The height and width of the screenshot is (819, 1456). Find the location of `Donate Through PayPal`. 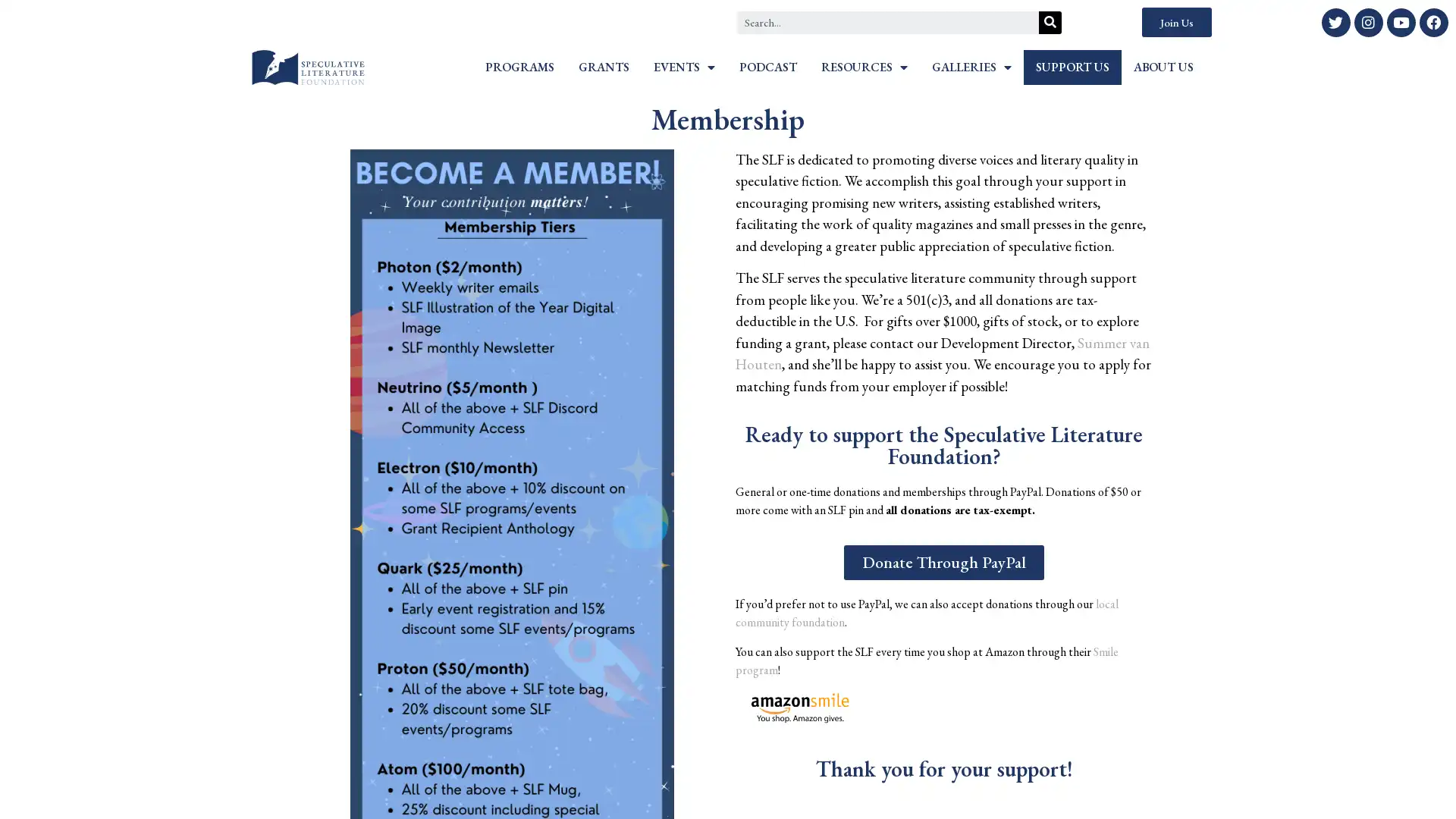

Donate Through PayPal is located at coordinates (943, 562).